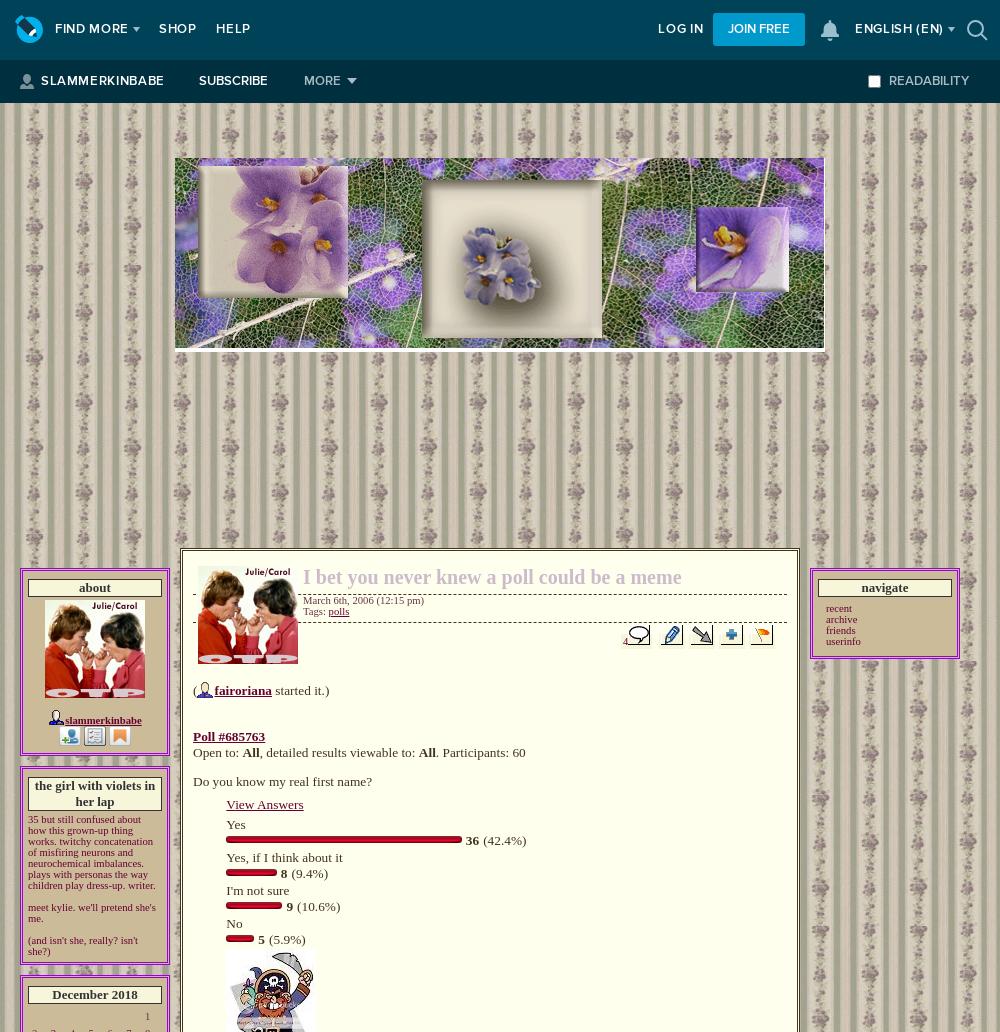 The height and width of the screenshot is (1032, 1000). What do you see at coordinates (147, 1015) in the screenshot?
I see `'1'` at bounding box center [147, 1015].